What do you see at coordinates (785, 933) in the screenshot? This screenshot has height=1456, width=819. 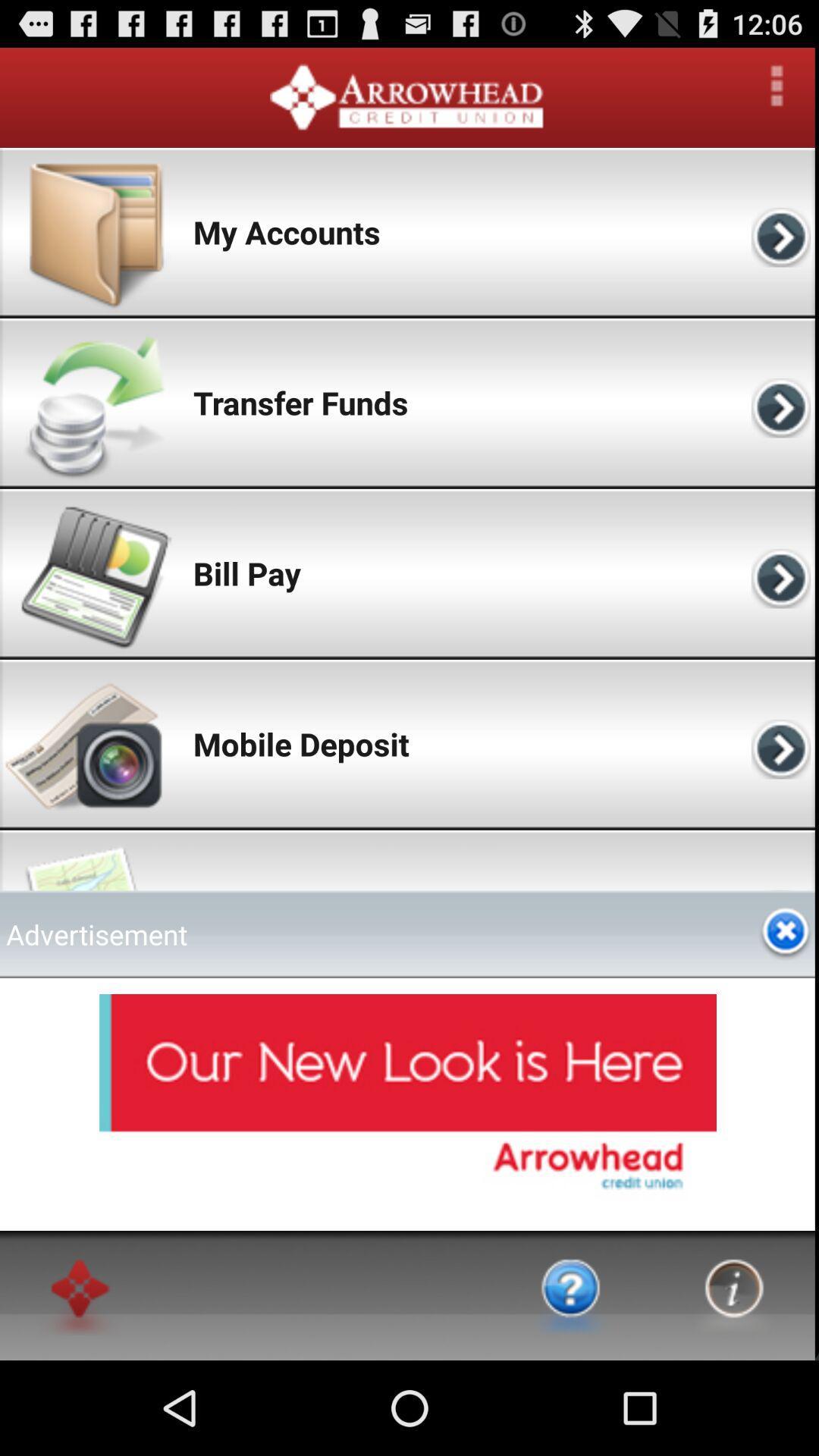 I see `item` at bounding box center [785, 933].